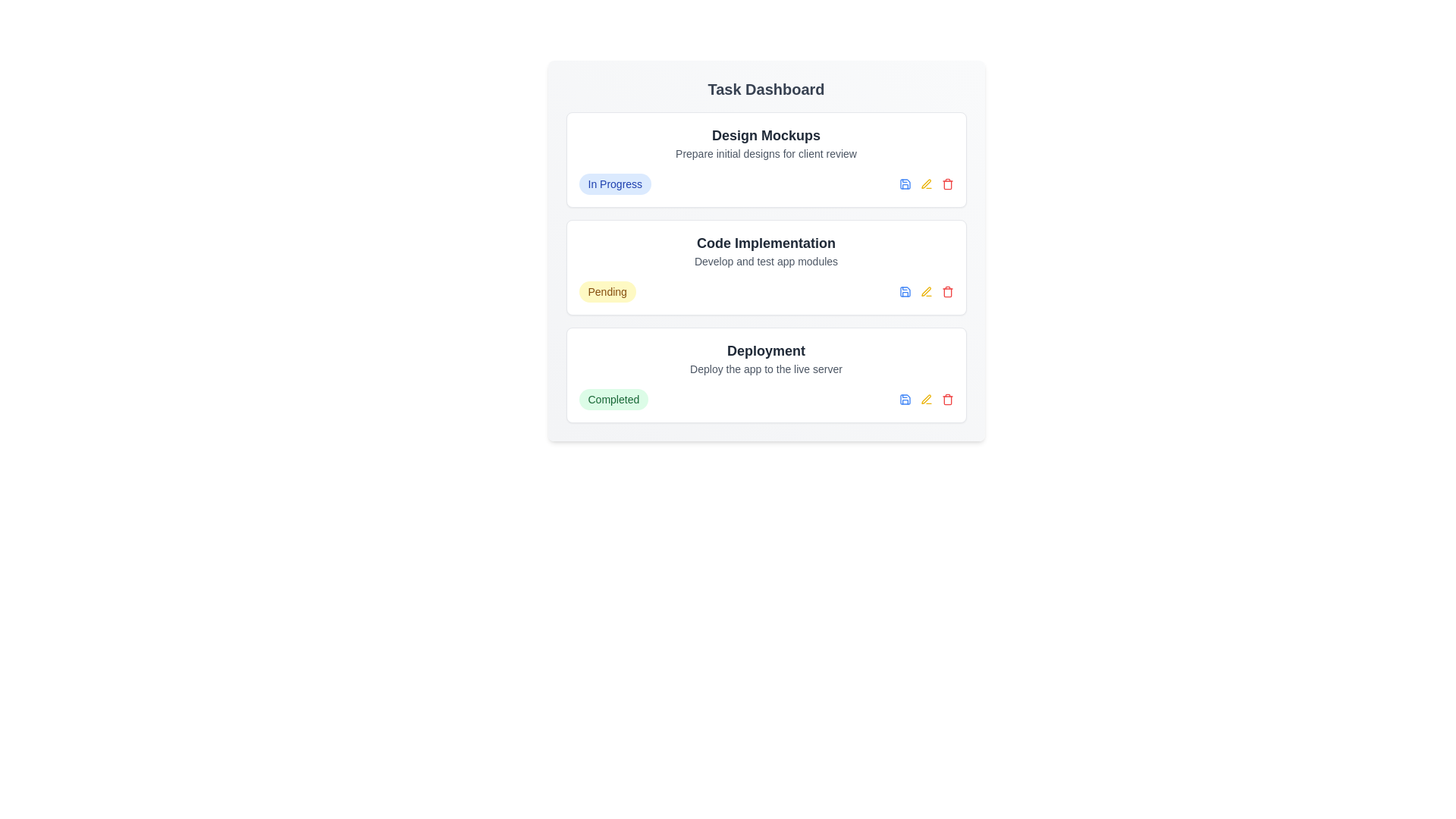  What do you see at coordinates (925, 399) in the screenshot?
I see `the edit button for the task titled 'Deployment'` at bounding box center [925, 399].